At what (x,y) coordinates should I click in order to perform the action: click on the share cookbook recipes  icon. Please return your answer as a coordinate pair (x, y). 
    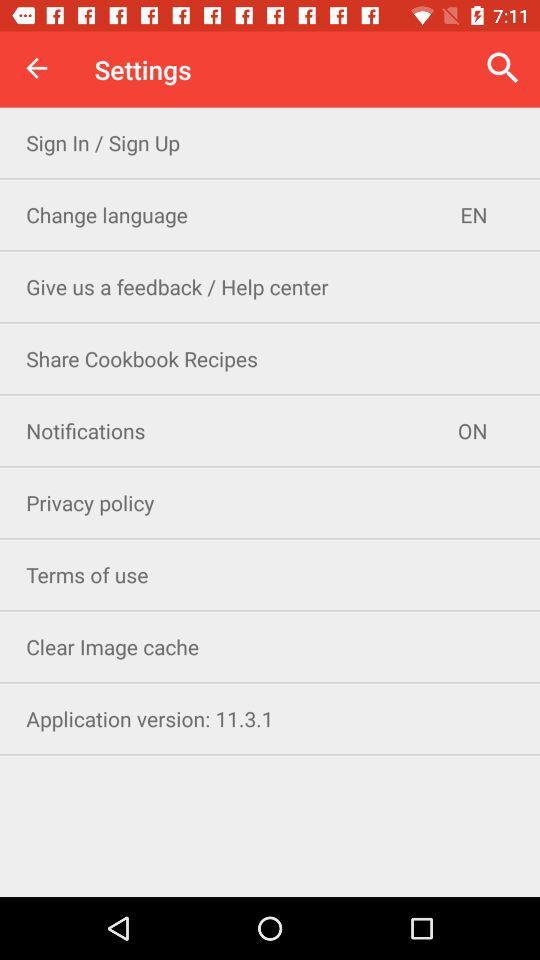
    Looking at the image, I should click on (270, 358).